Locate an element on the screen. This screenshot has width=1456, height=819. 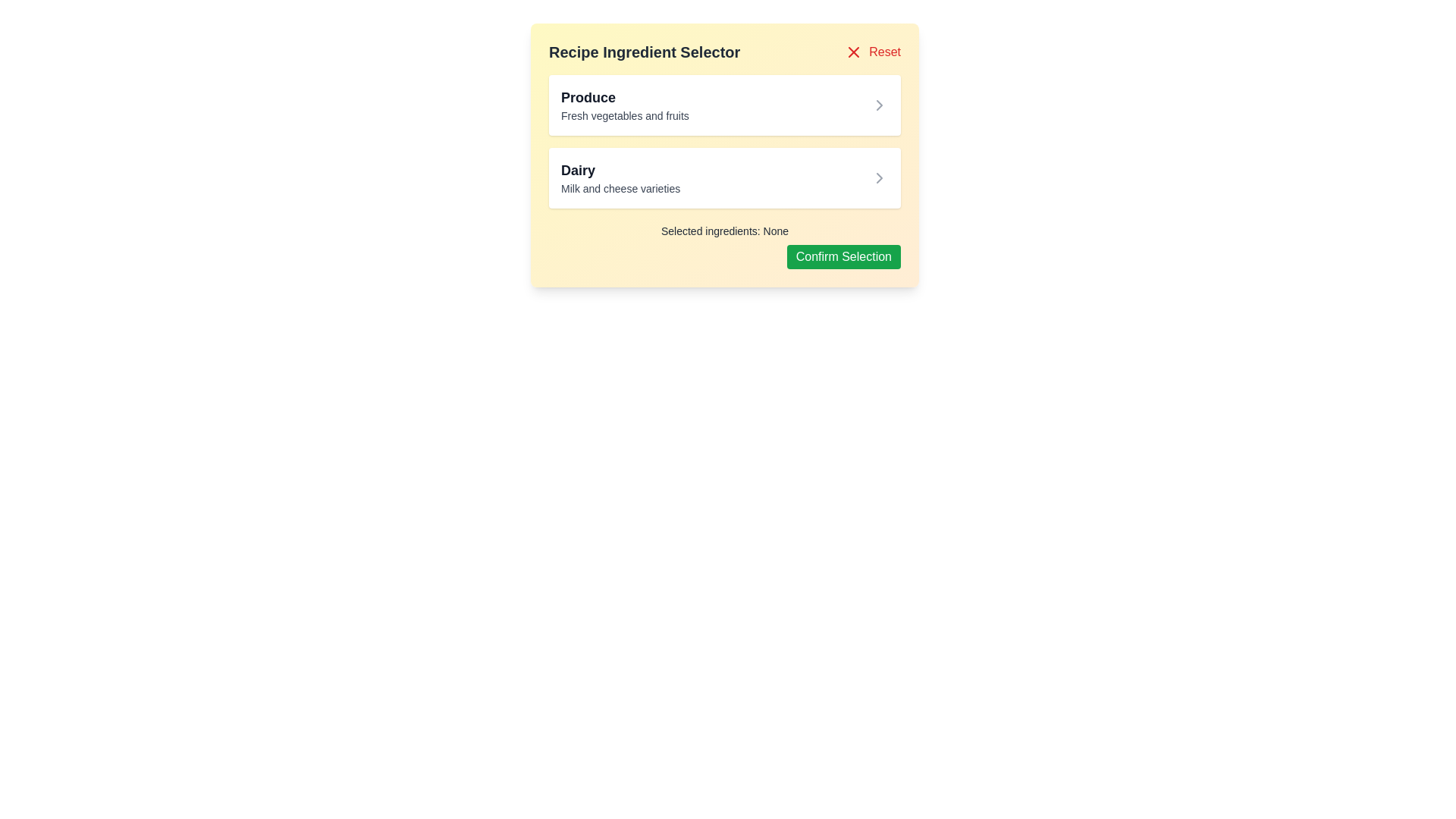
the first card section in the menu that represents 'Produce' is located at coordinates (723, 104).